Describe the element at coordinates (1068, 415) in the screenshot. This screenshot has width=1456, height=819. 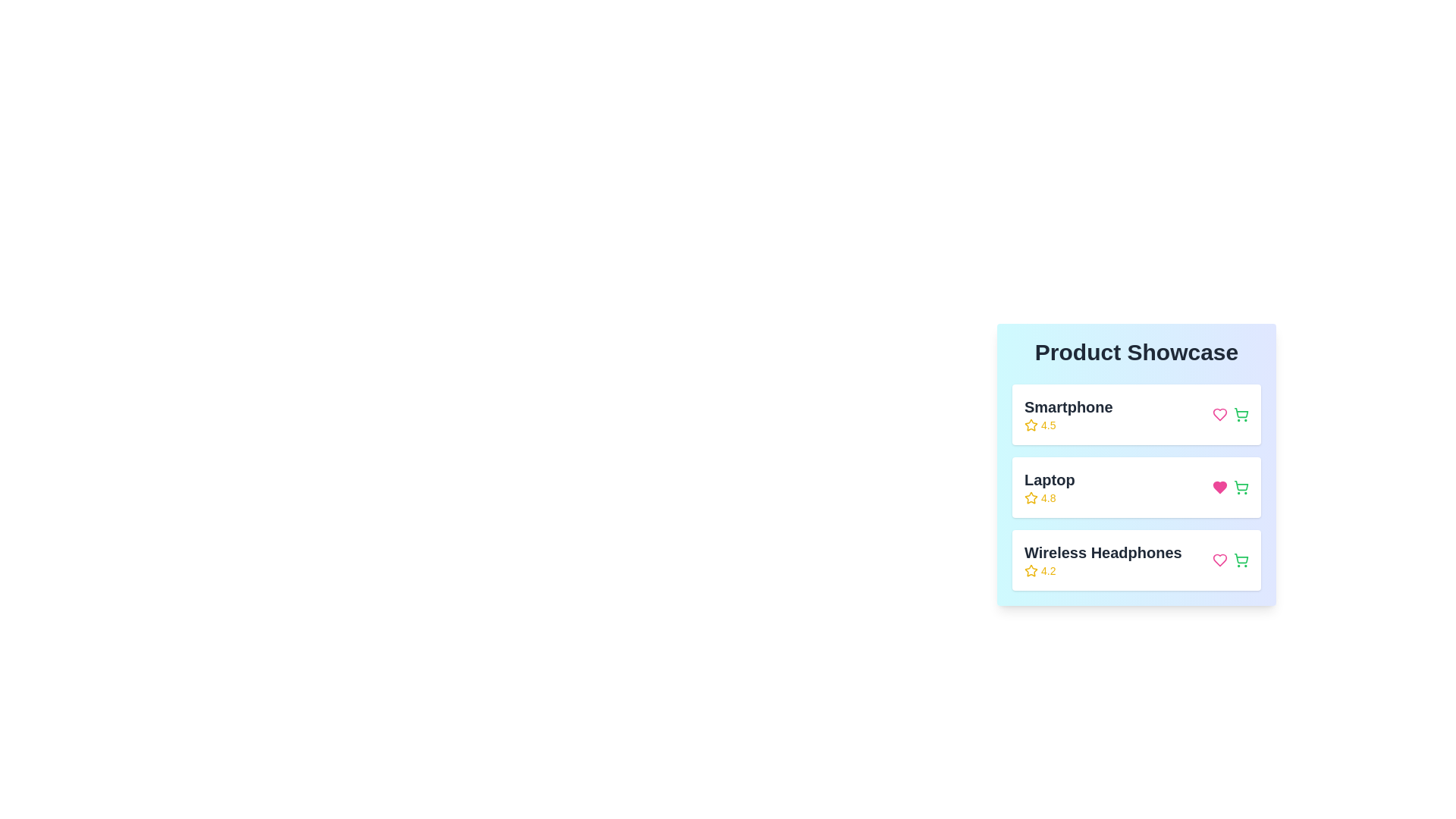
I see `the product name Smartphone to view its details` at that location.